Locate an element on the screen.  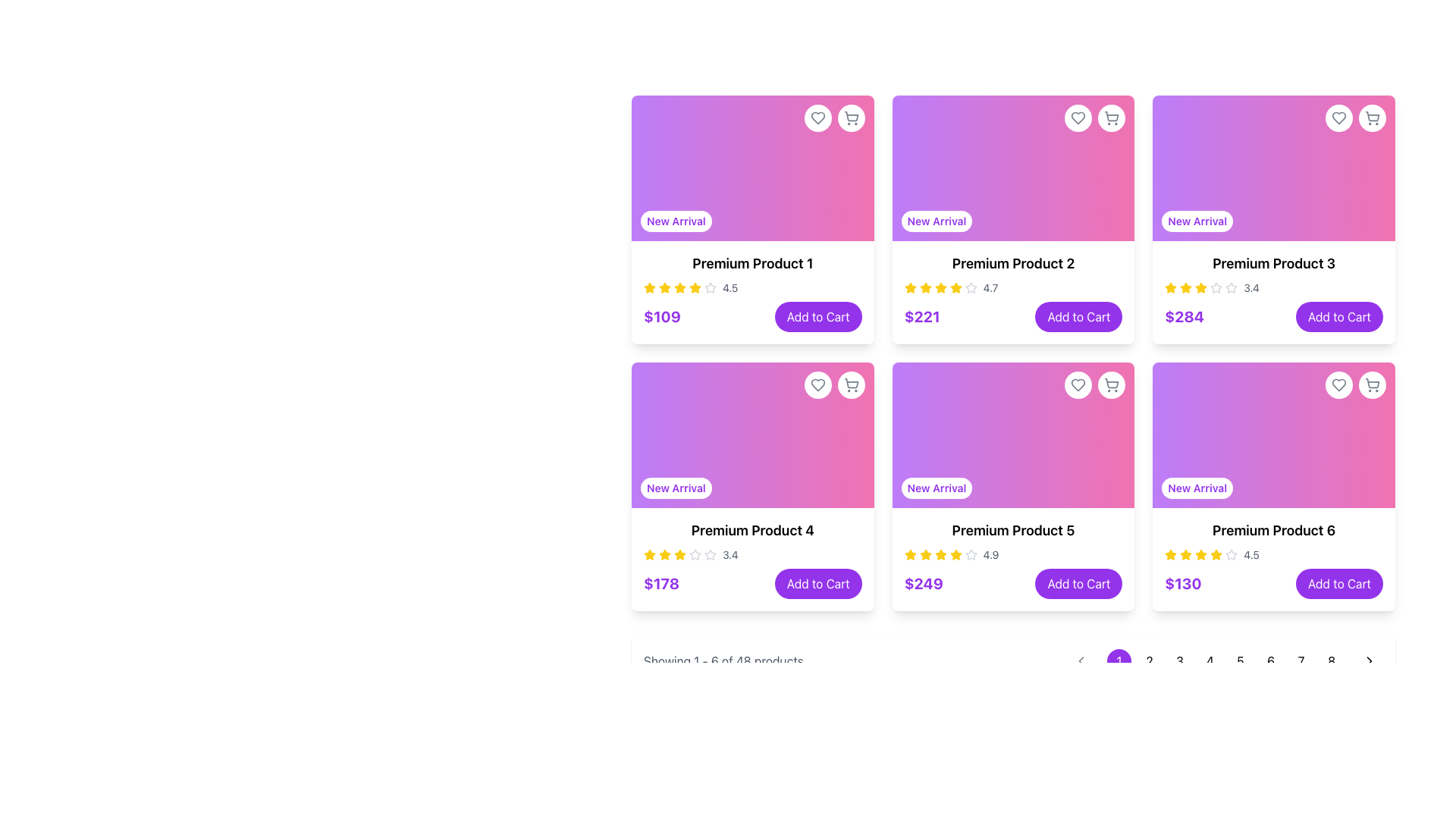
text label displaying the average rating score for the associated product located to the right of the yellow star icons in the 'Premium Product 6' card is located at coordinates (1251, 555).